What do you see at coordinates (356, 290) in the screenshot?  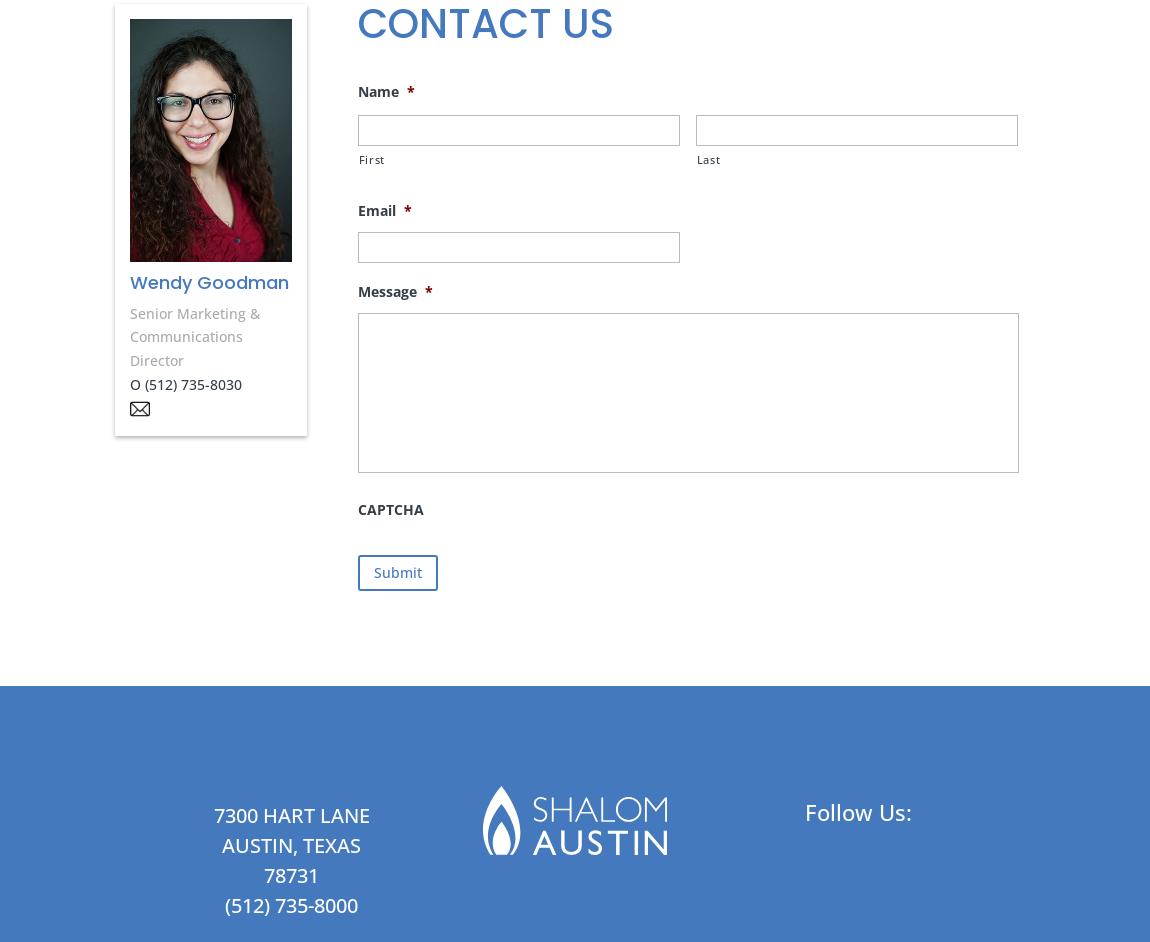 I see `'Message'` at bounding box center [356, 290].